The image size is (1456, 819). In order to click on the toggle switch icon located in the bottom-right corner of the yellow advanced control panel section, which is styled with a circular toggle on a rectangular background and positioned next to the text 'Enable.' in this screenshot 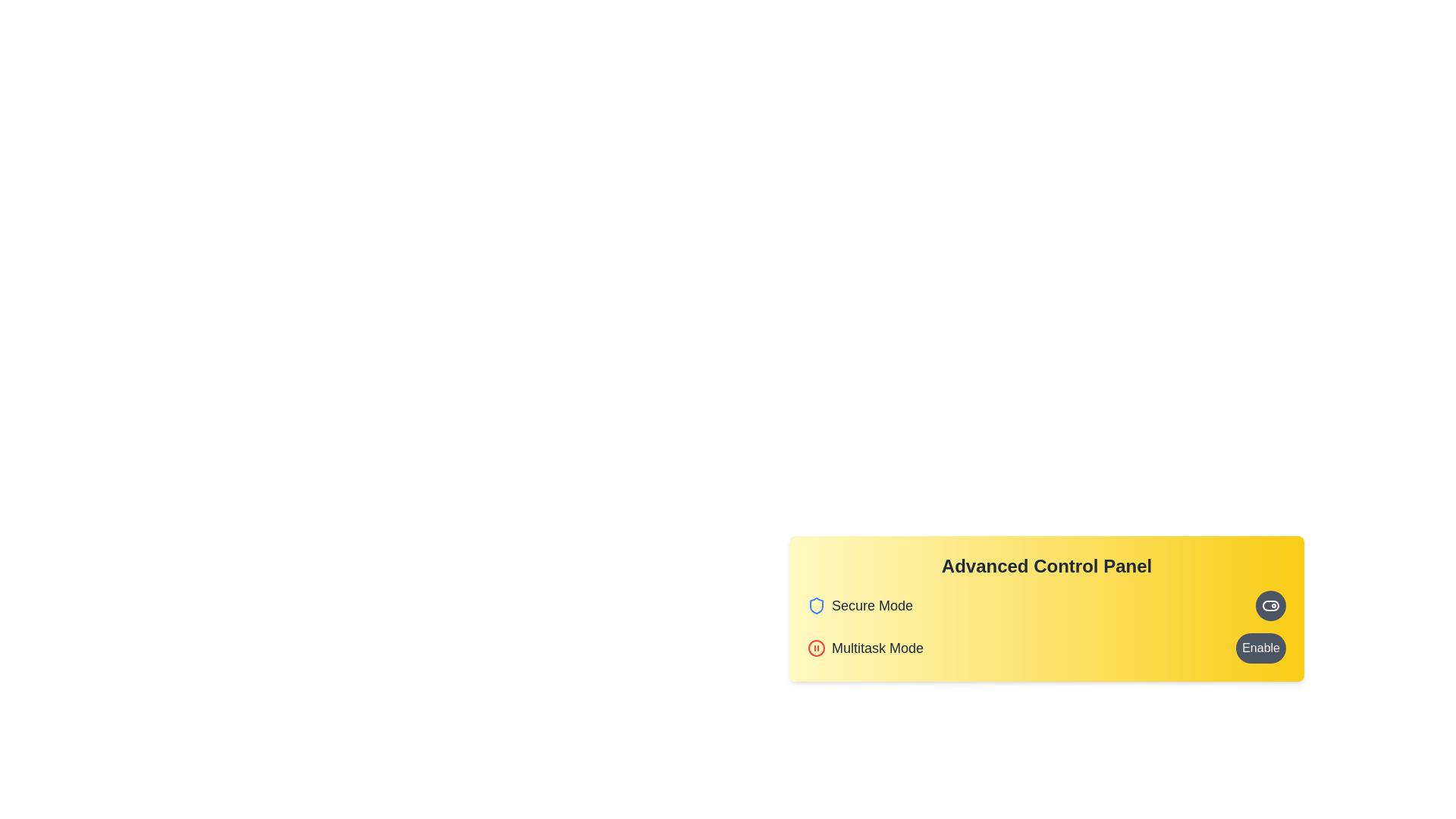, I will do `click(1270, 604)`.